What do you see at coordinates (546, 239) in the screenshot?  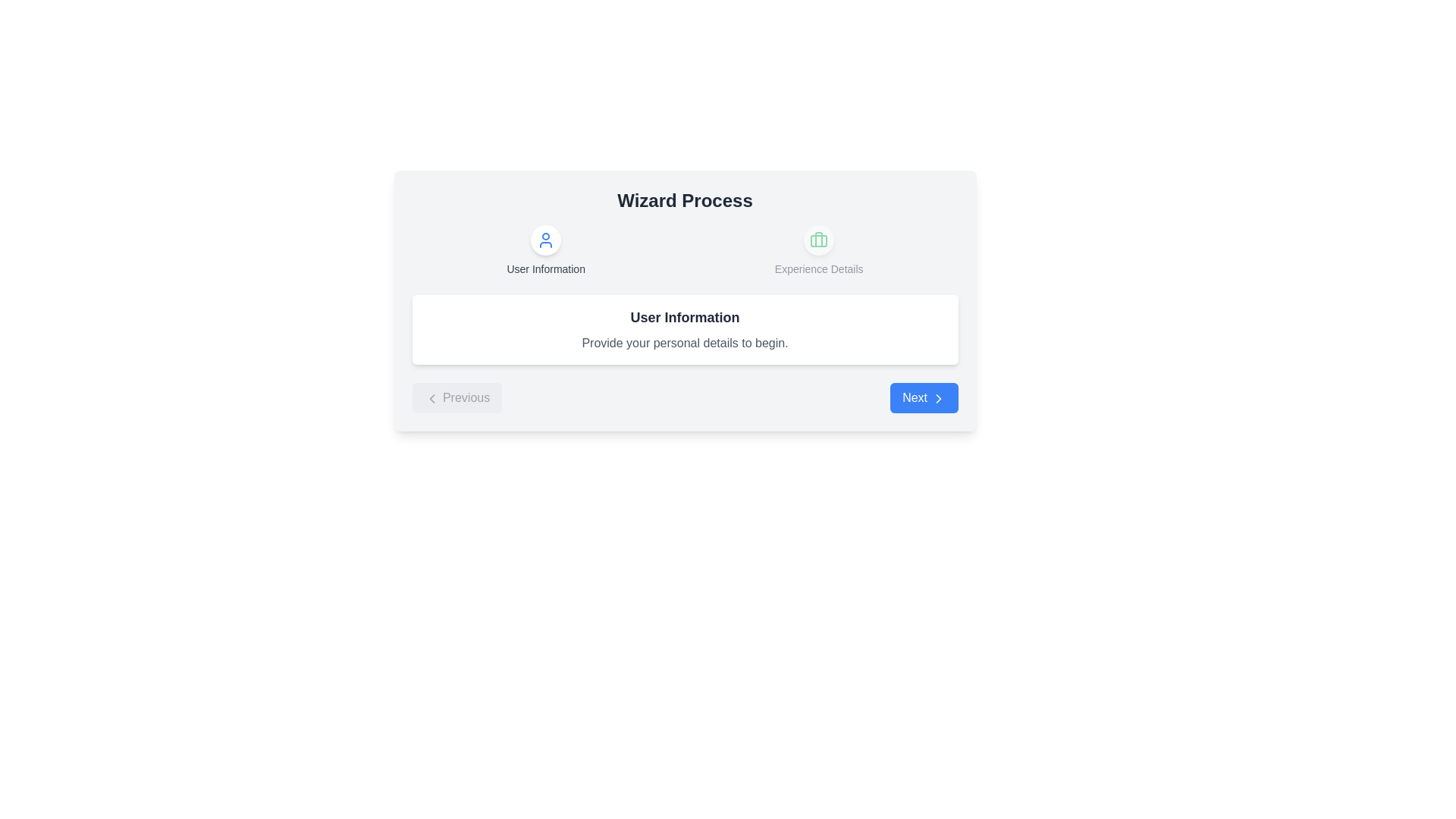 I see `the User icon located within the white circular button on the left side of the header section of the wizard process interface` at bounding box center [546, 239].